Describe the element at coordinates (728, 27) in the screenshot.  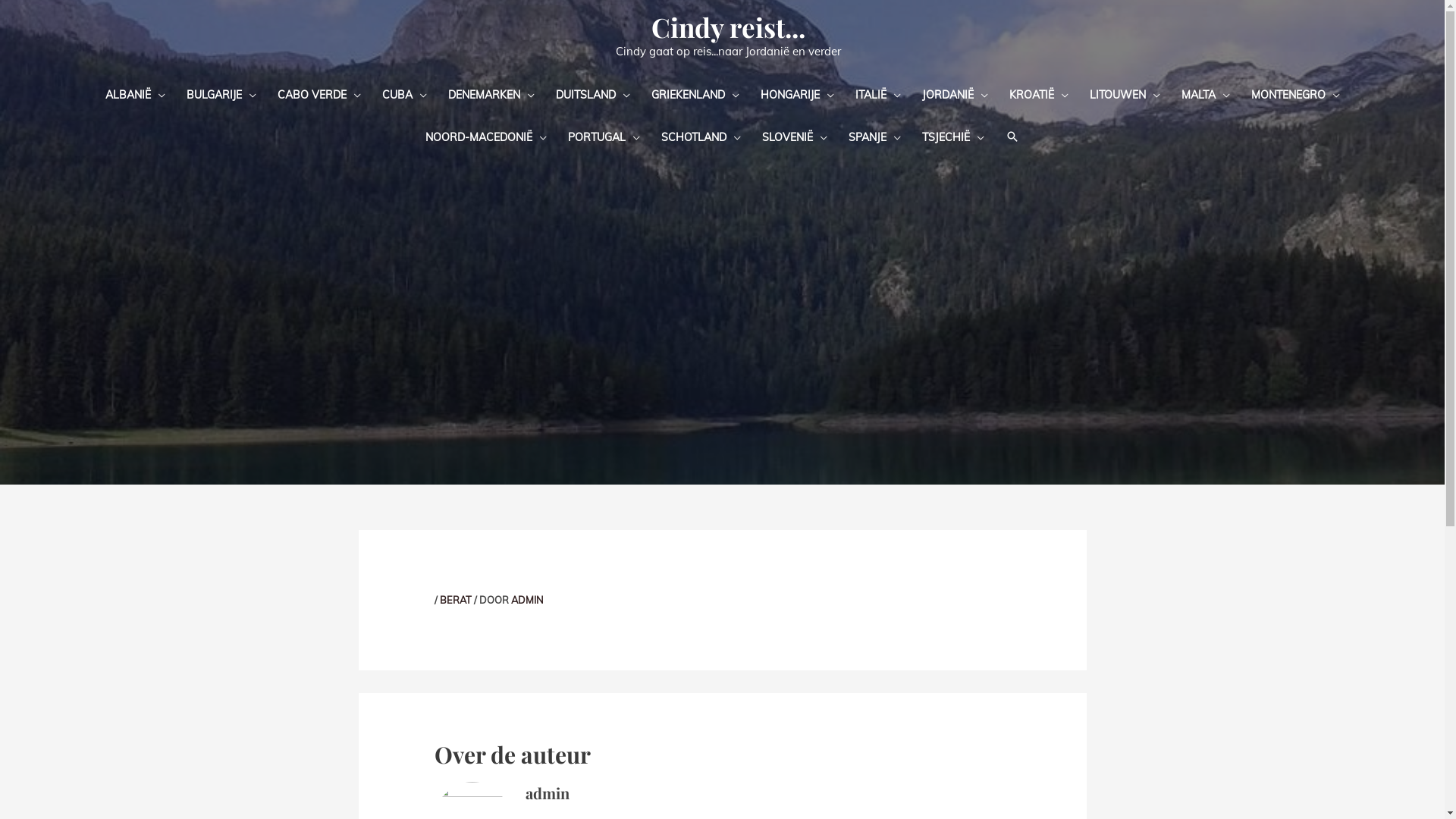
I see `'Cindy reist...'` at that location.